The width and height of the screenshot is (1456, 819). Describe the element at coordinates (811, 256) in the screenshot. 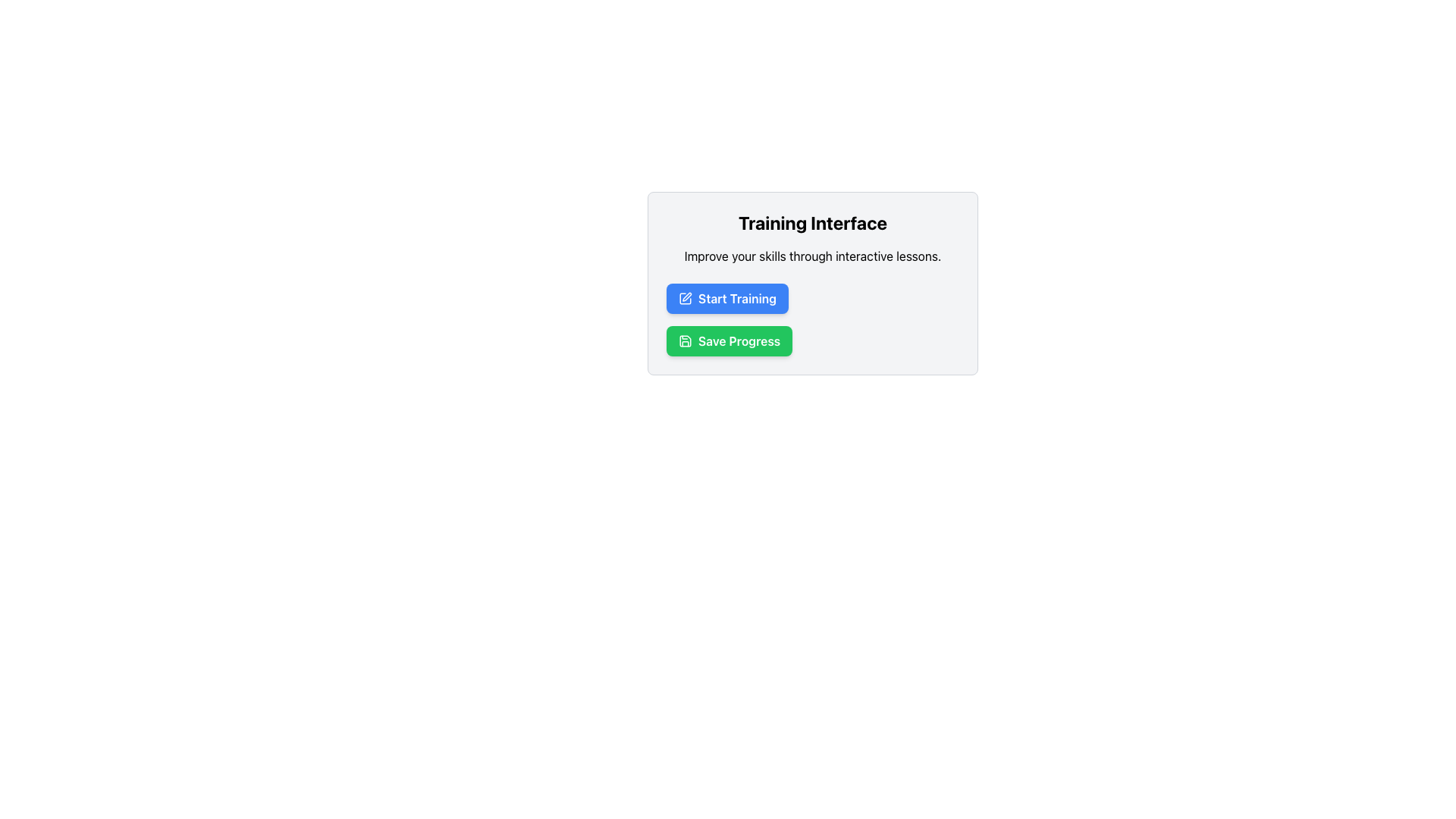

I see `text label that provides descriptive information about available training features, located below the 'Training Interface' heading and above the 'Start Training' button` at that location.